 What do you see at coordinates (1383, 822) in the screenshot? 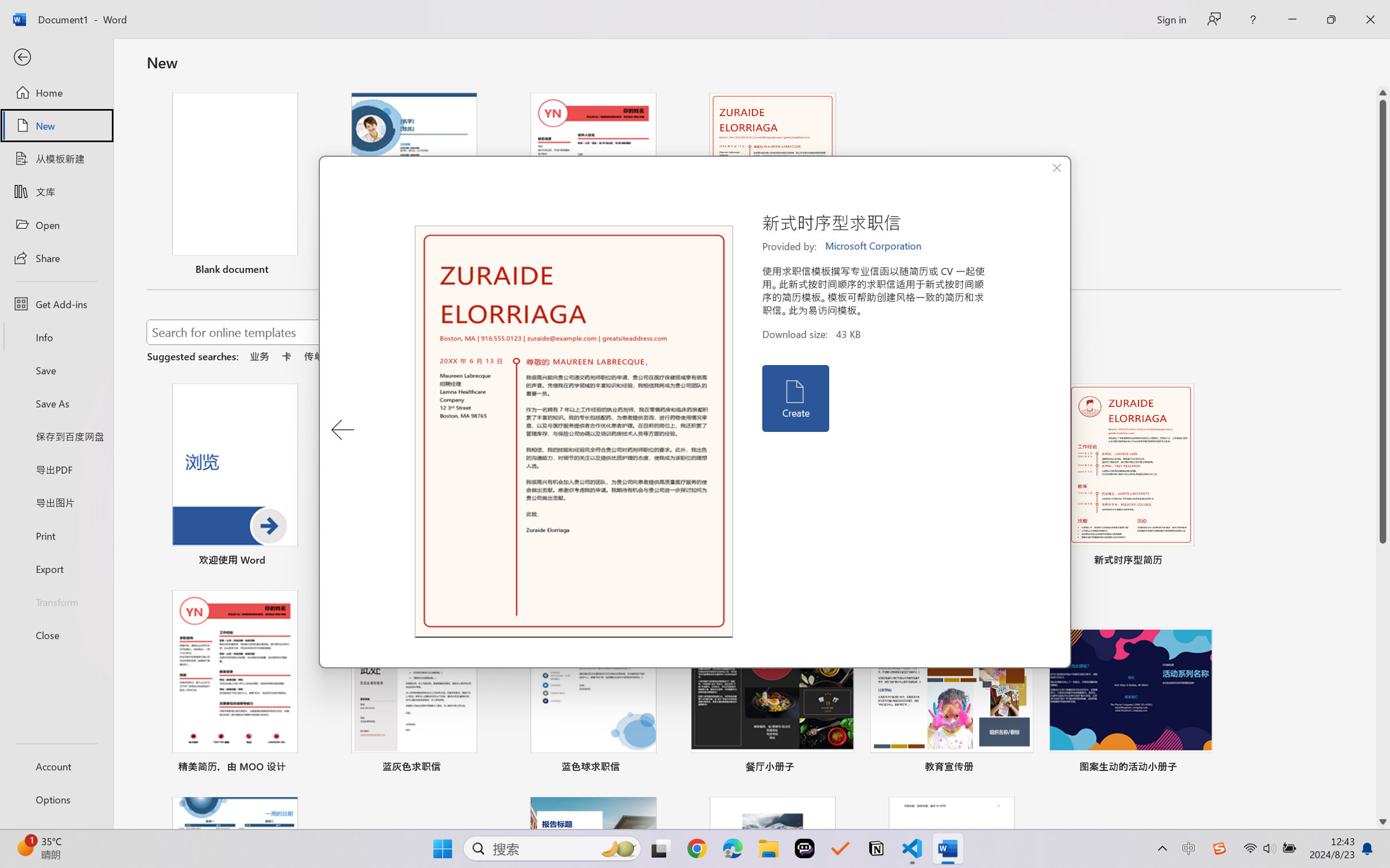
I see `'Line down'` at bounding box center [1383, 822].